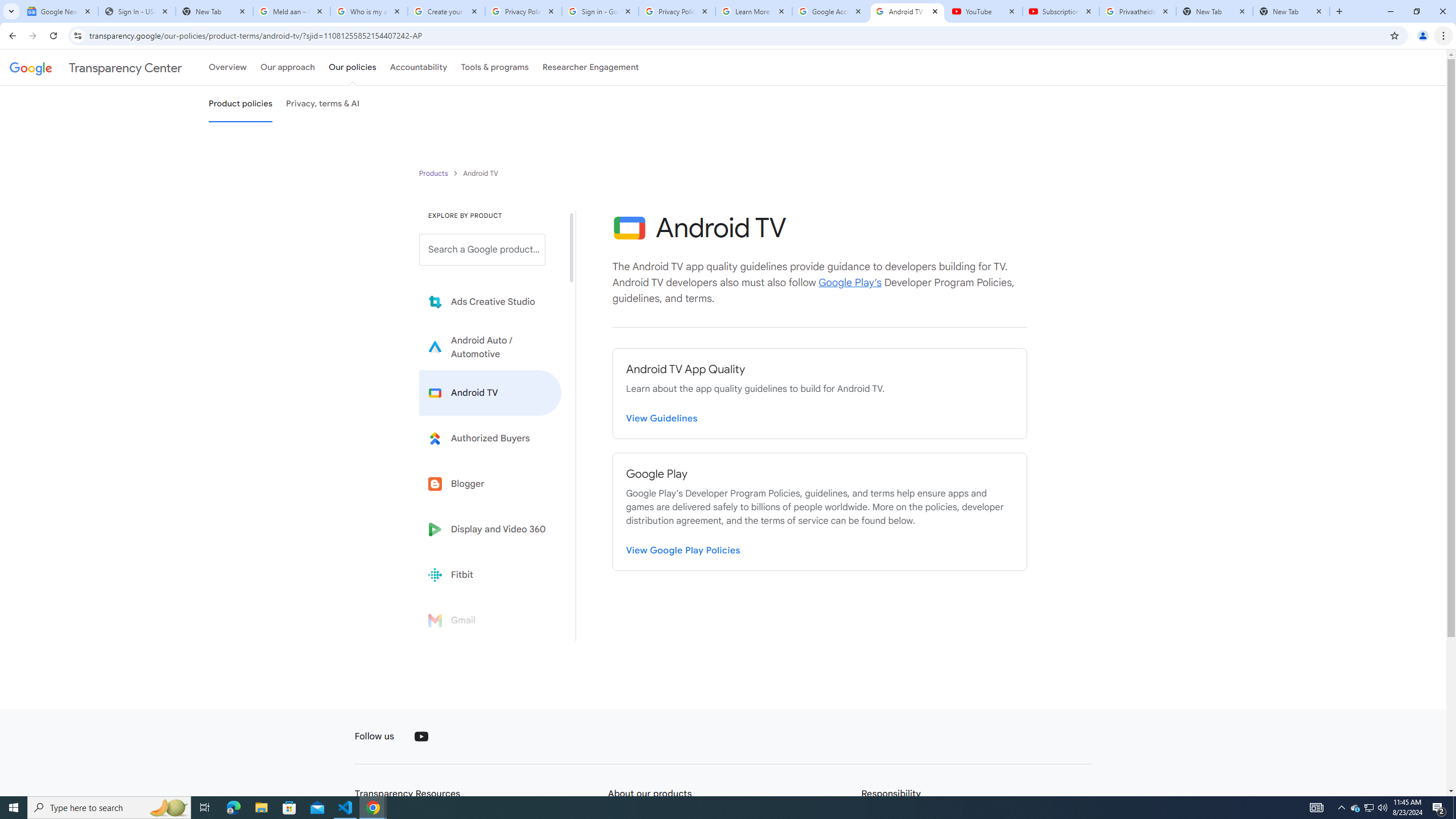 Image resolution: width=1456 pixels, height=819 pixels. I want to click on 'Sign in - Google Accounts', so click(599, 11).